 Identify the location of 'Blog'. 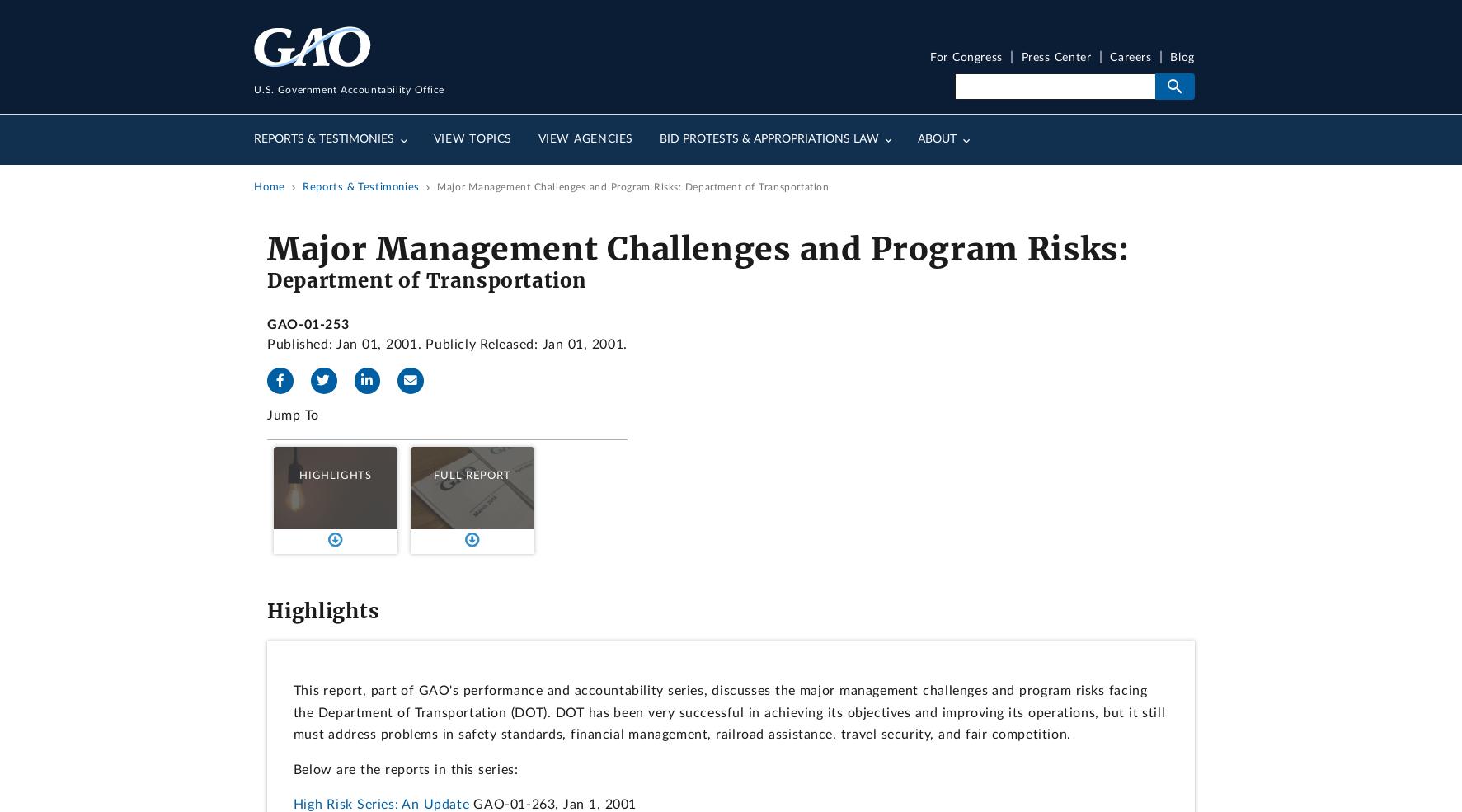
(1181, 56).